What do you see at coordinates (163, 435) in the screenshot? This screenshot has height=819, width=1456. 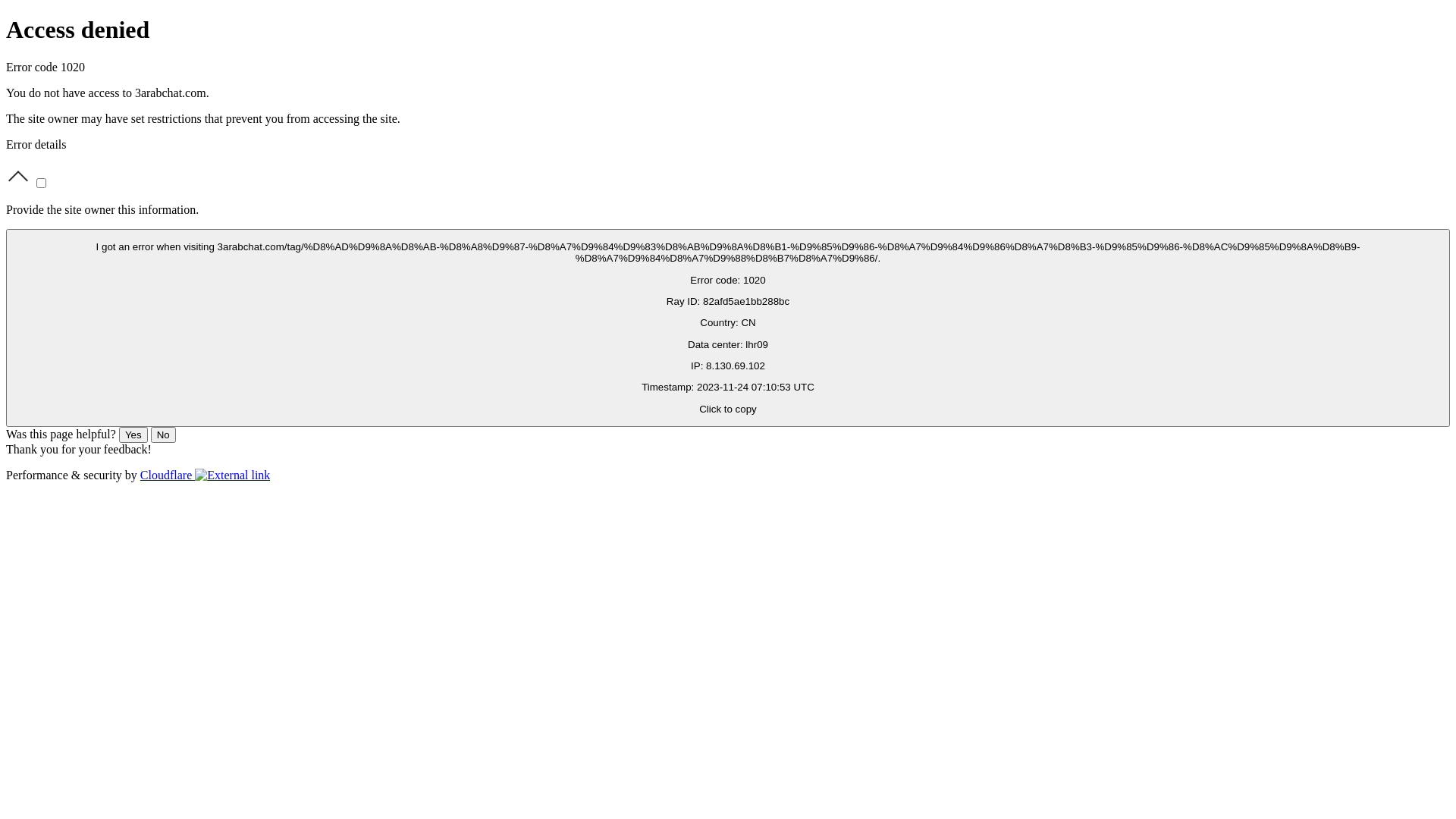 I see `'No'` at bounding box center [163, 435].